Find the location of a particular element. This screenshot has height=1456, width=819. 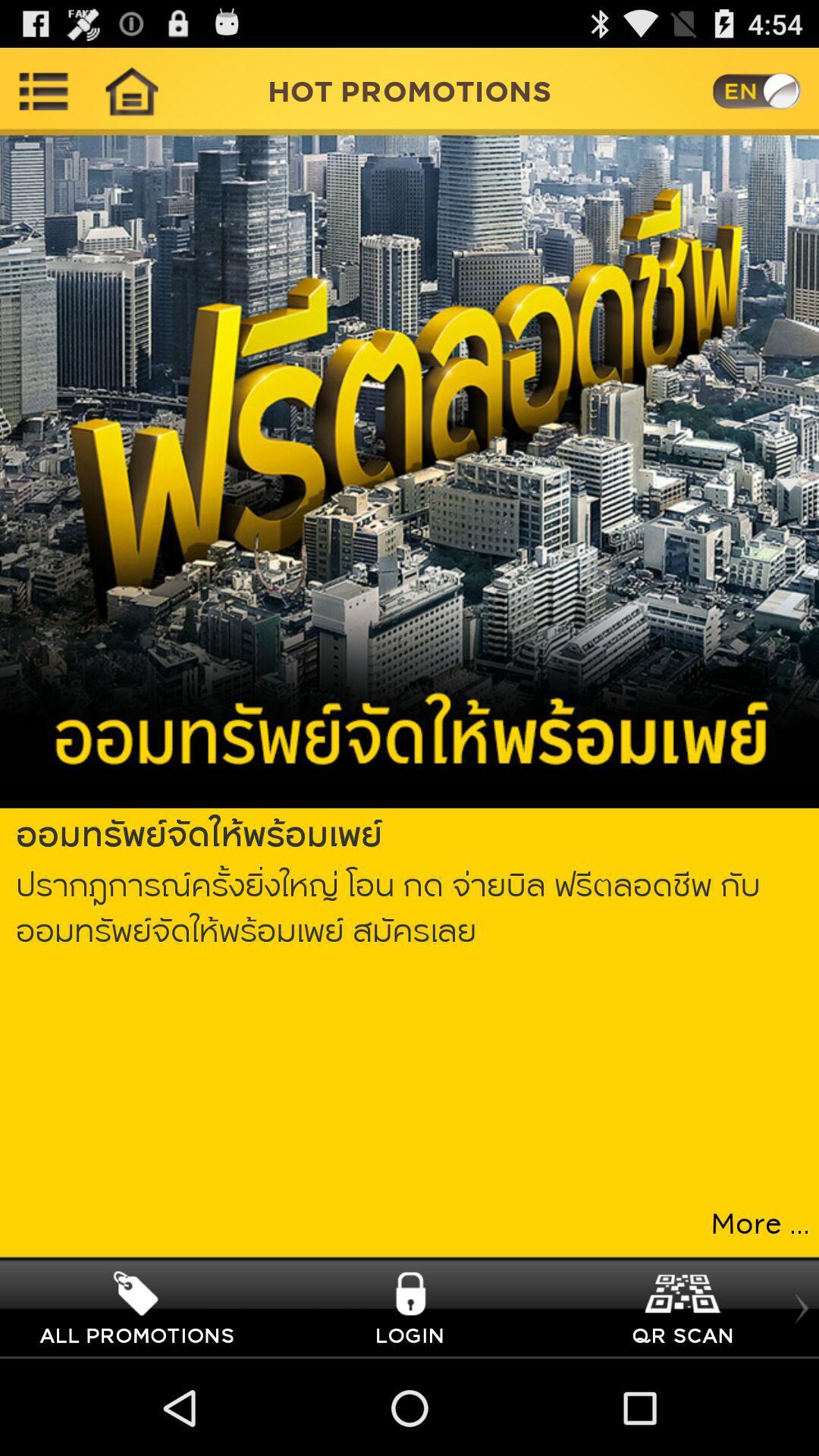

the list icon is located at coordinates (42, 97).